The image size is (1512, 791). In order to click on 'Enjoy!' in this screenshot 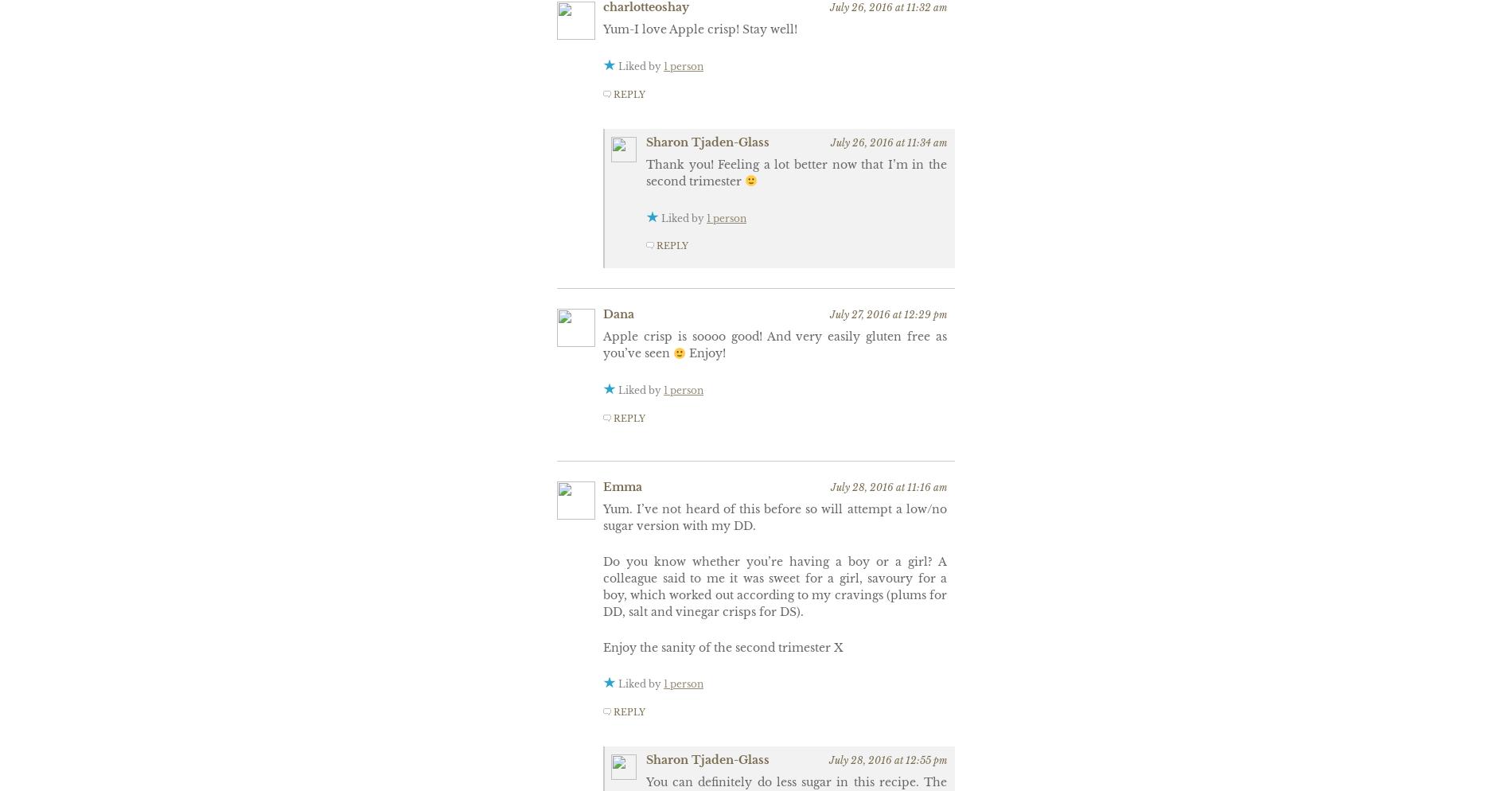, I will do `click(703, 353)`.